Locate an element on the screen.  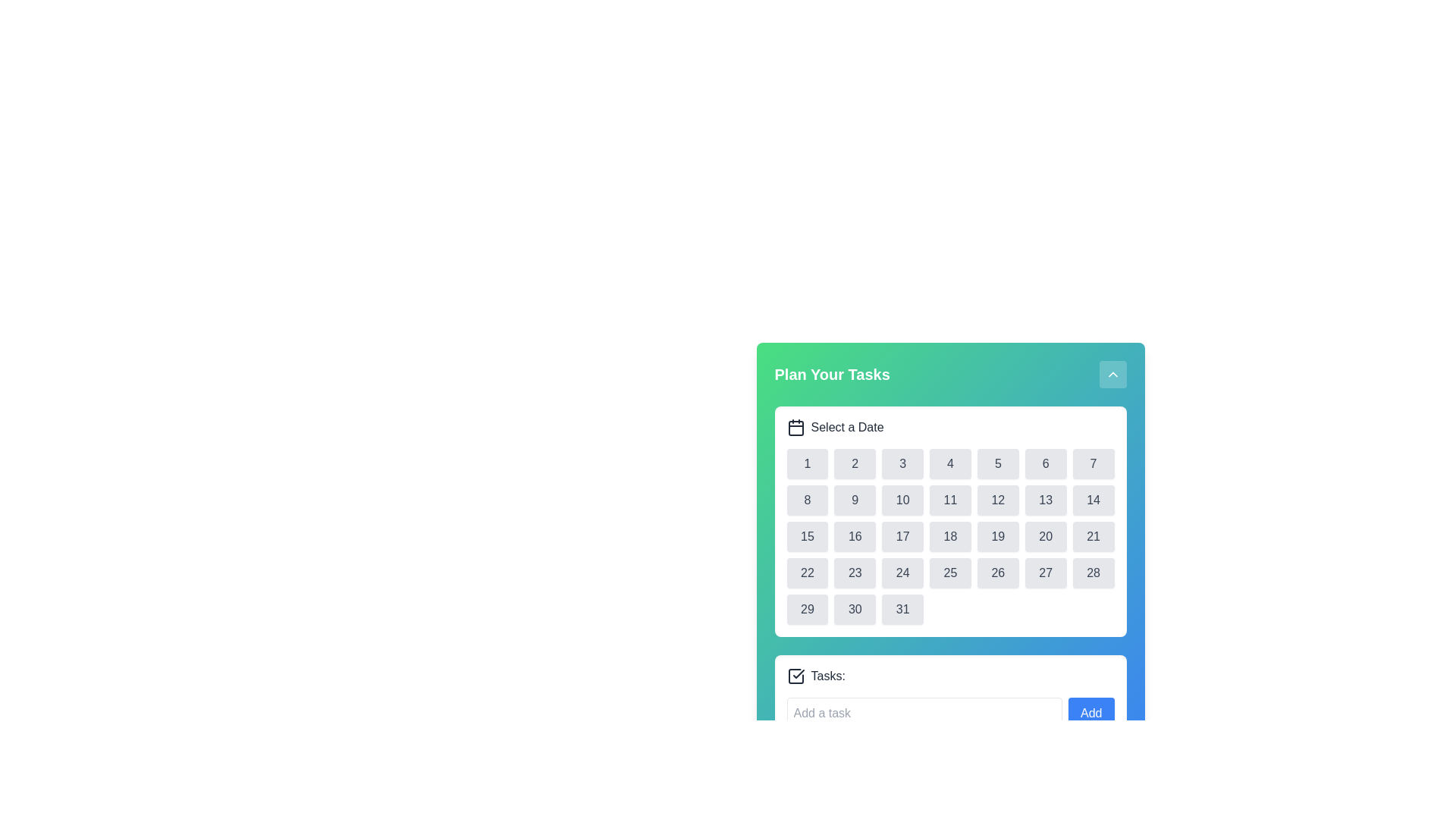
the button that allows users to select the 28th day of the month in the calendar interface is located at coordinates (1094, 573).